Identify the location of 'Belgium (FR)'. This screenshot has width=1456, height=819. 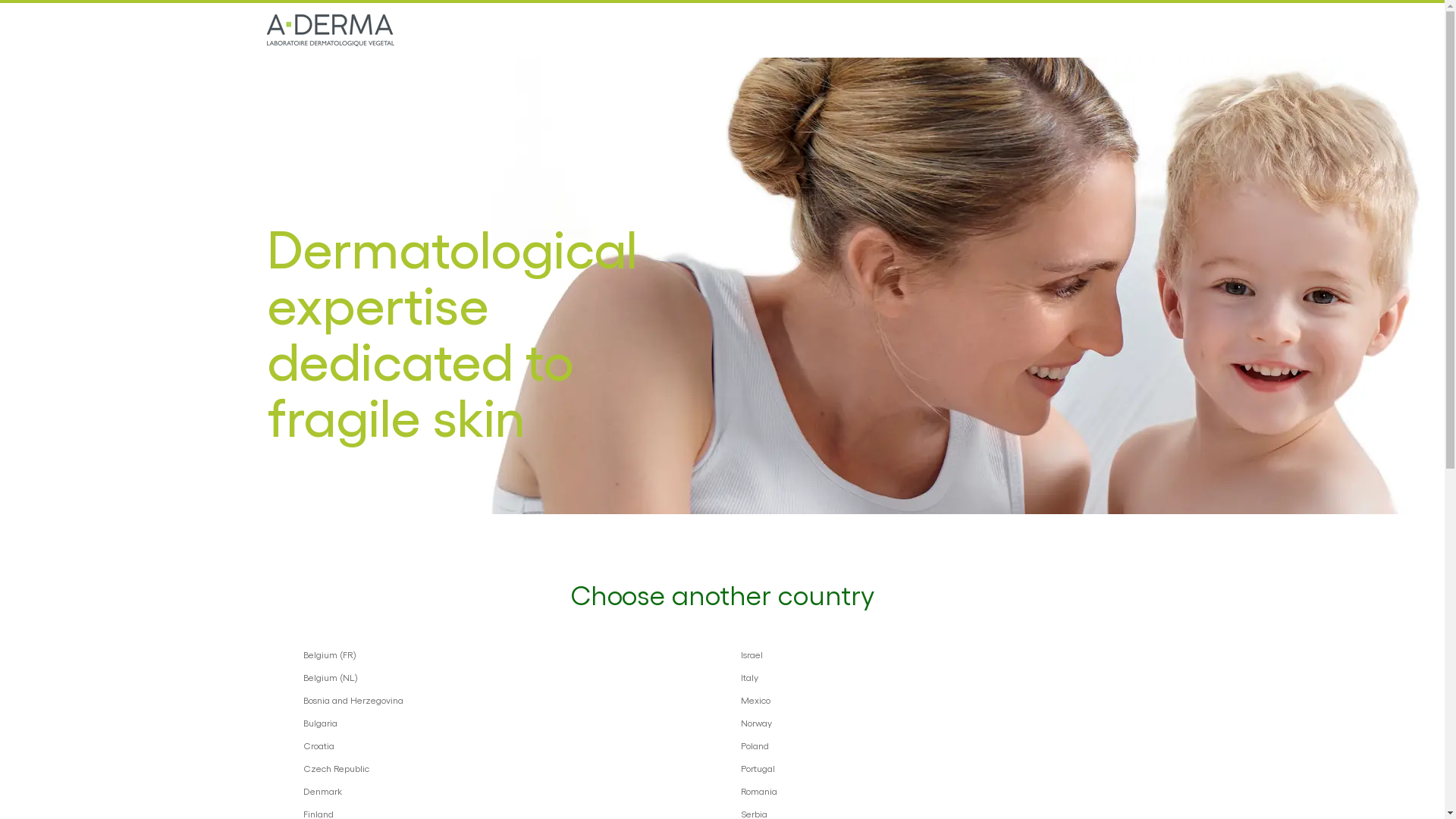
(504, 654).